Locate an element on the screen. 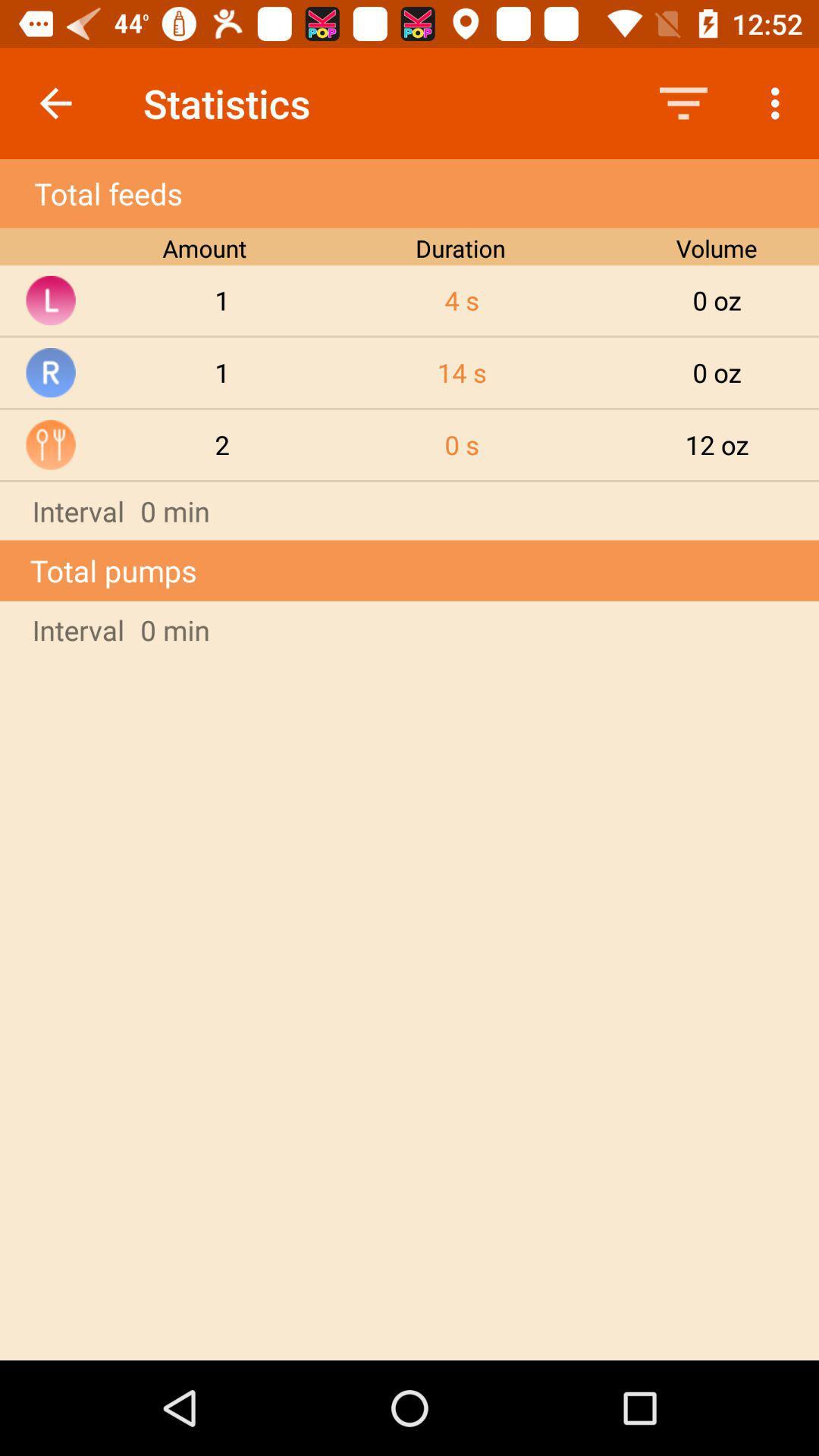 The width and height of the screenshot is (819, 1456). the icon above 14 s is located at coordinates (461, 300).